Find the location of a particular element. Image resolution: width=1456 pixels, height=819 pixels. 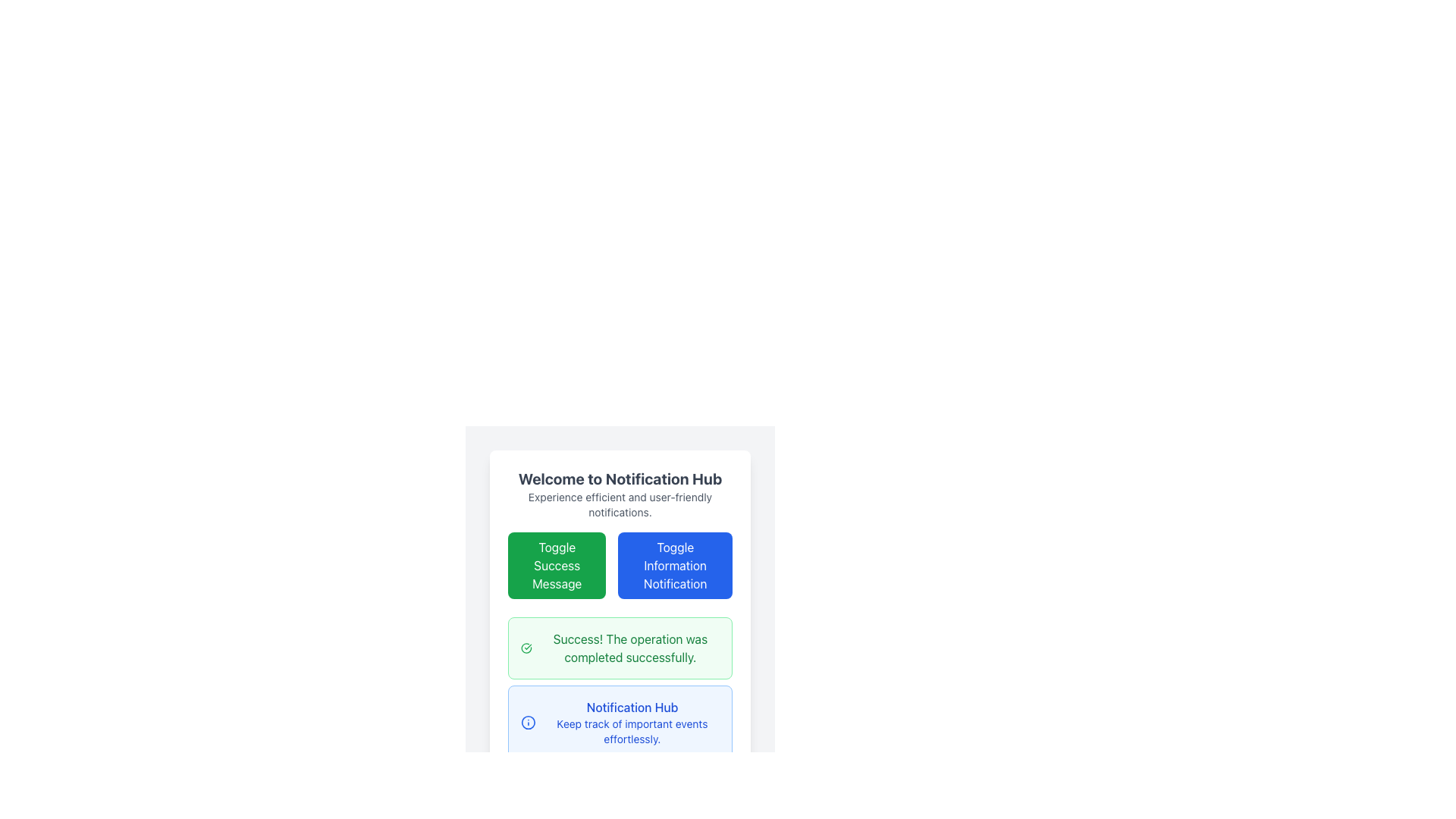

the informational panel titled 'Notification Hub' that provides a description about keeping track of important events, located at the bottom section of the interface card with a blue color scheme is located at coordinates (632, 721).